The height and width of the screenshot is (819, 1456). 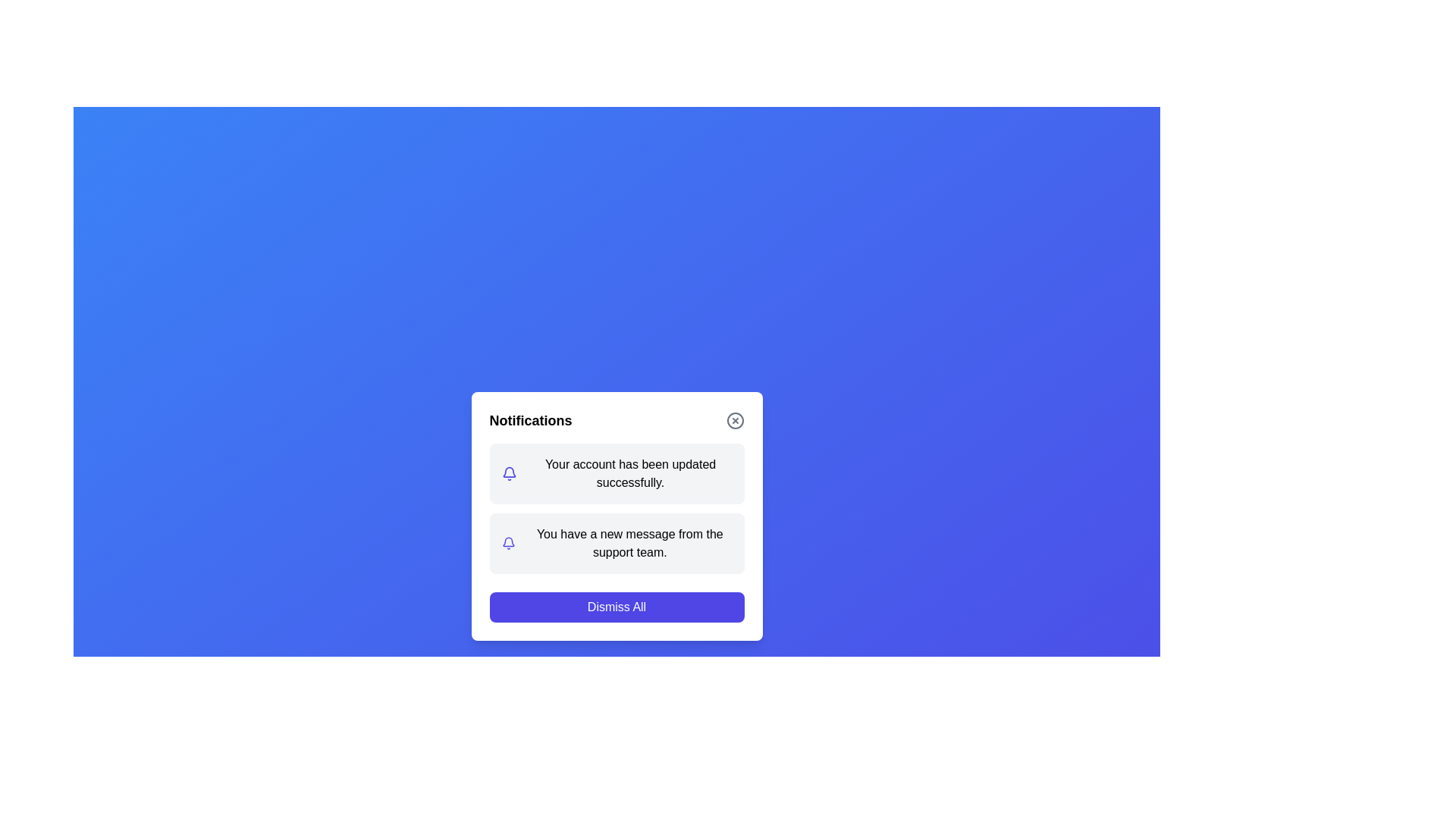 What do you see at coordinates (630, 472) in the screenshot?
I see `the static text notification label that states 'Your account has been updated successfully.' It is styled with a plain black font on a light-gray background and is located in the middle portion of the notification modal` at bounding box center [630, 472].